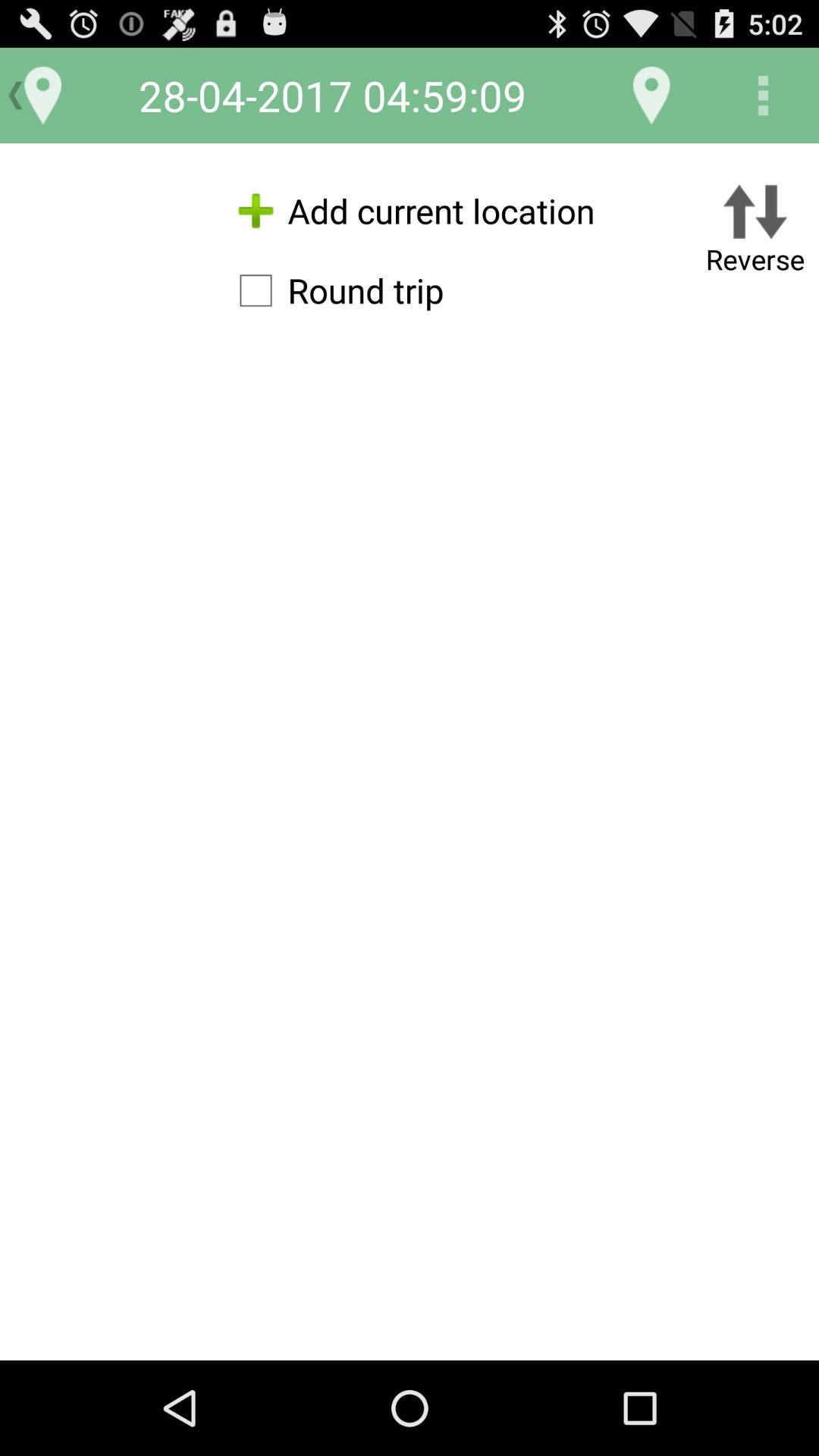  Describe the element at coordinates (755, 231) in the screenshot. I see `button next to add current location` at that location.